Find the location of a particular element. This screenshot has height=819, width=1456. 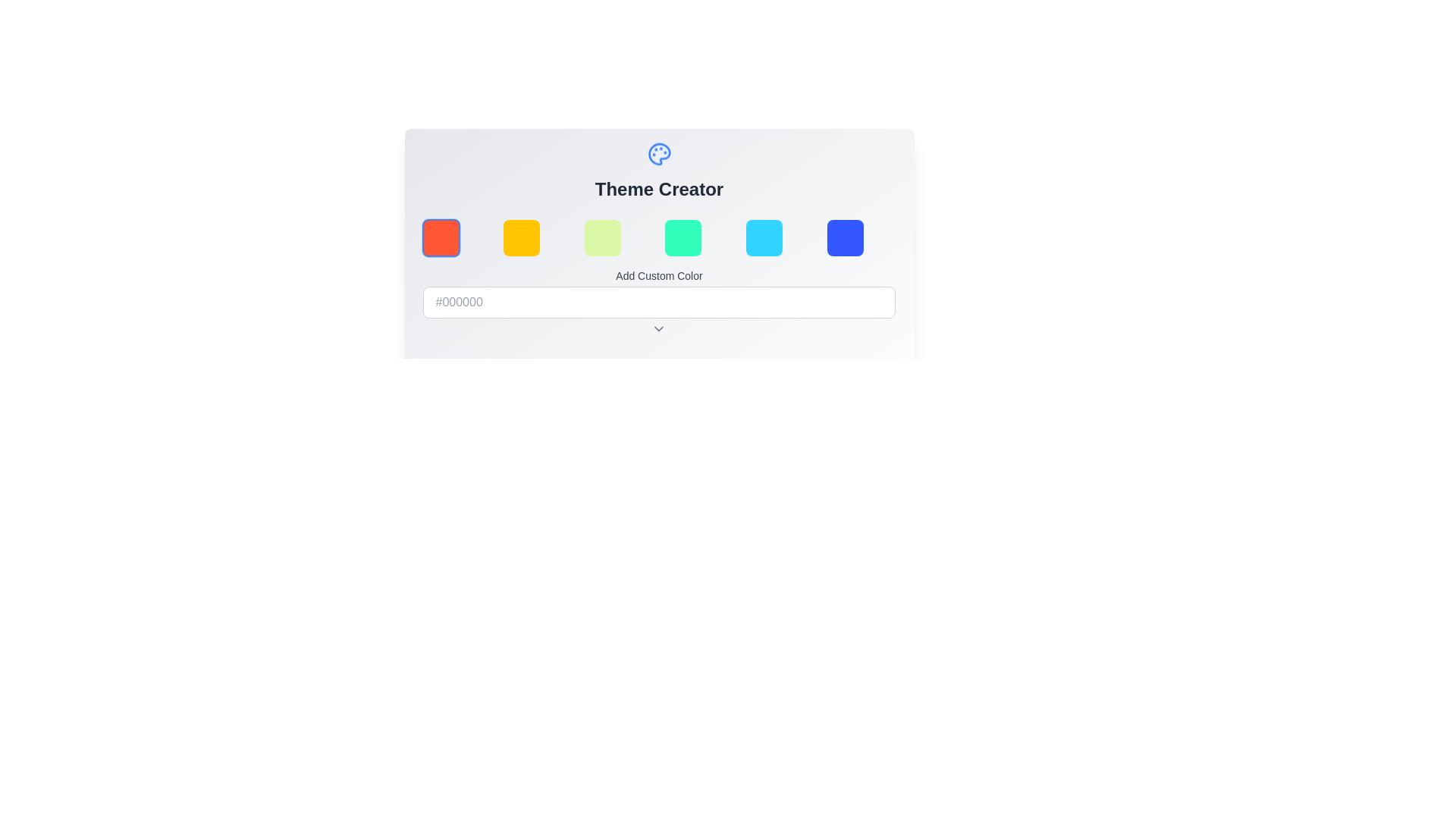

in the textbox labeled 'Add Custom Color' to type a color code is located at coordinates (659, 312).